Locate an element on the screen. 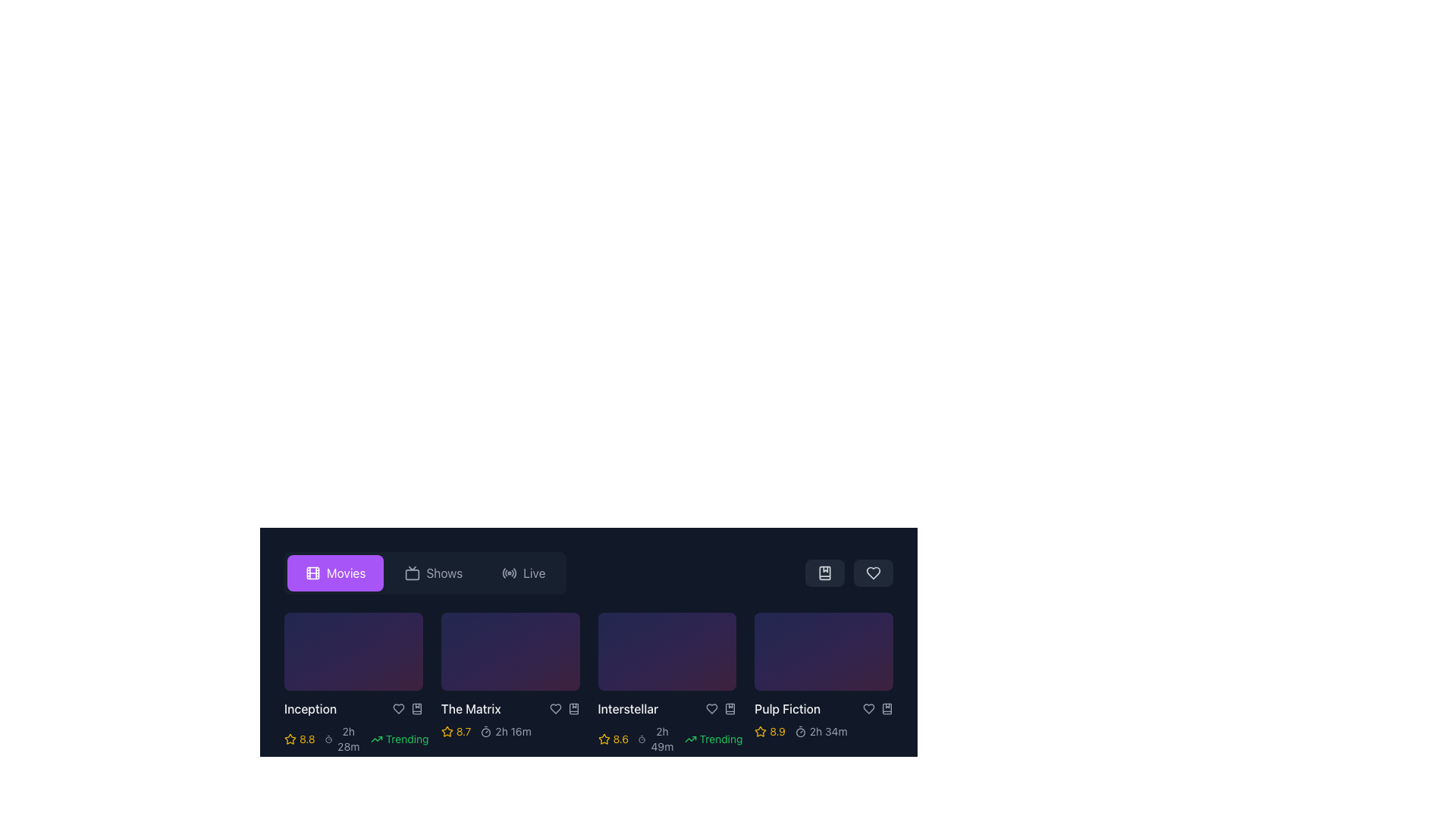 Image resolution: width=1456 pixels, height=819 pixels. the Rating Display element, which features a yellow star icon and the text '8.6', indicating a rating or score, positioned to the left of the 'Trending' text and right of a movie thumbnail is located at coordinates (613, 738).